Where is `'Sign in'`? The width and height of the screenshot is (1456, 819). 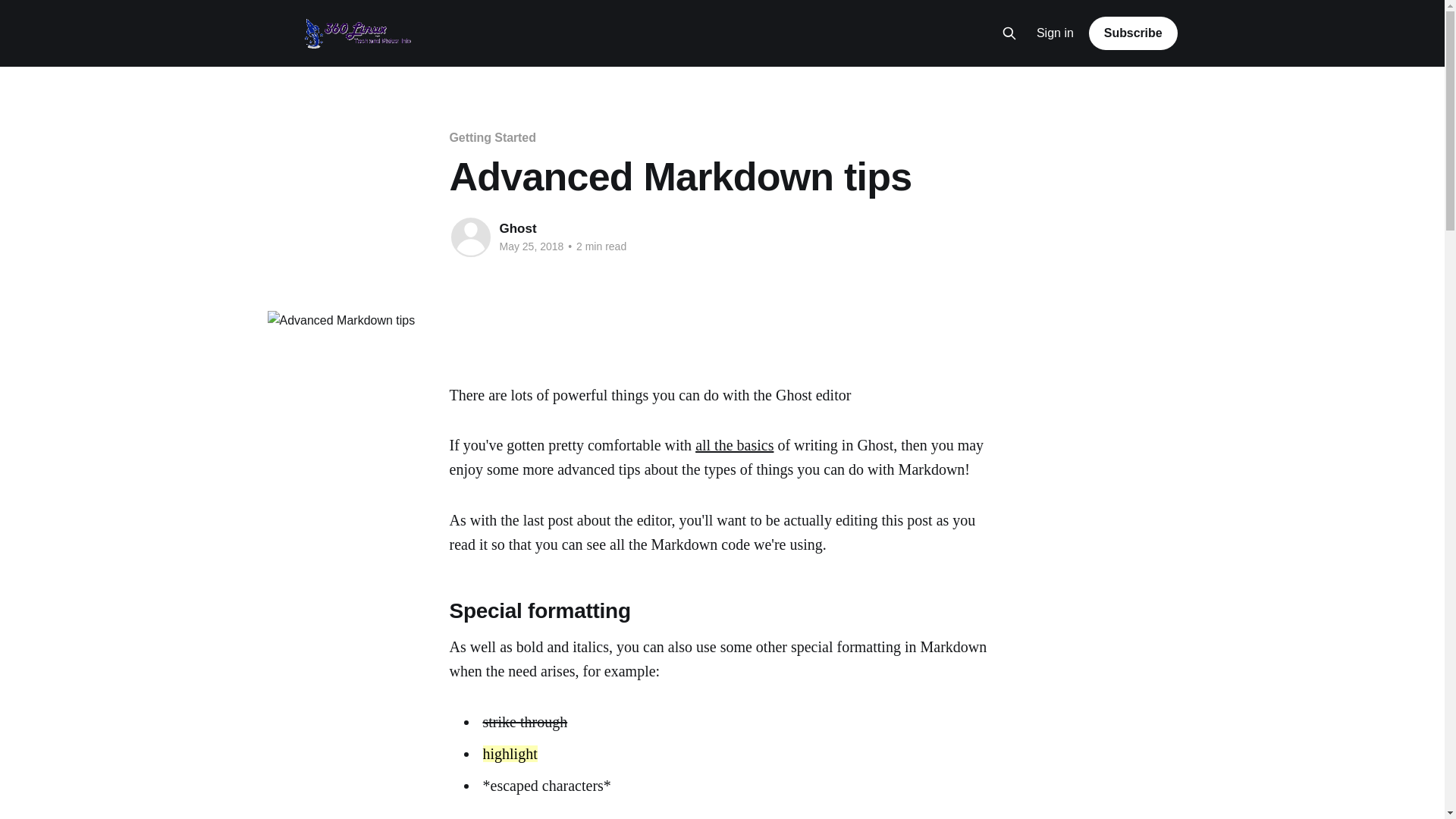
'Sign in' is located at coordinates (1054, 33).